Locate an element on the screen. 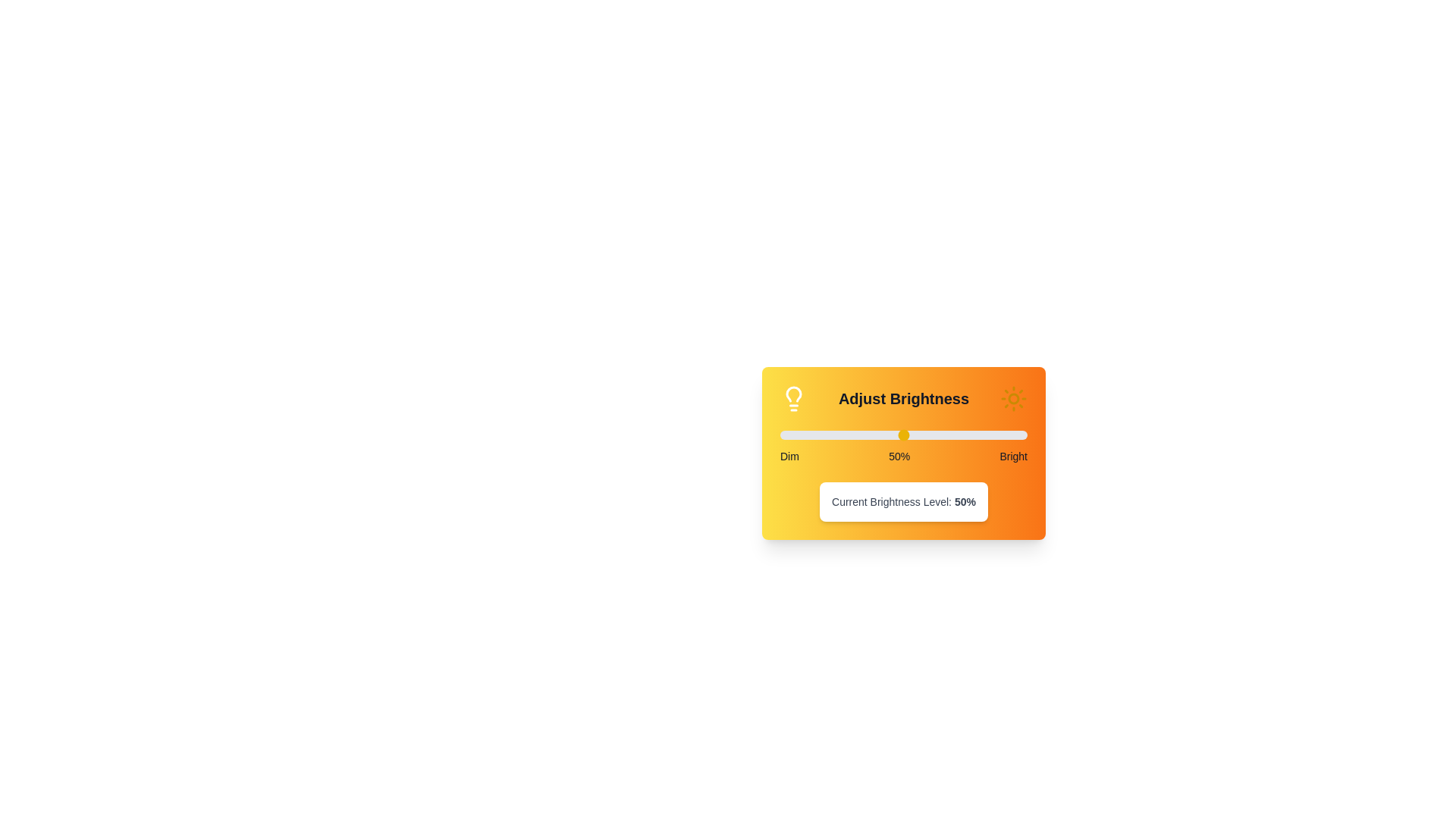 The width and height of the screenshot is (1456, 819). the brightness slider to 66% is located at coordinates (943, 435).